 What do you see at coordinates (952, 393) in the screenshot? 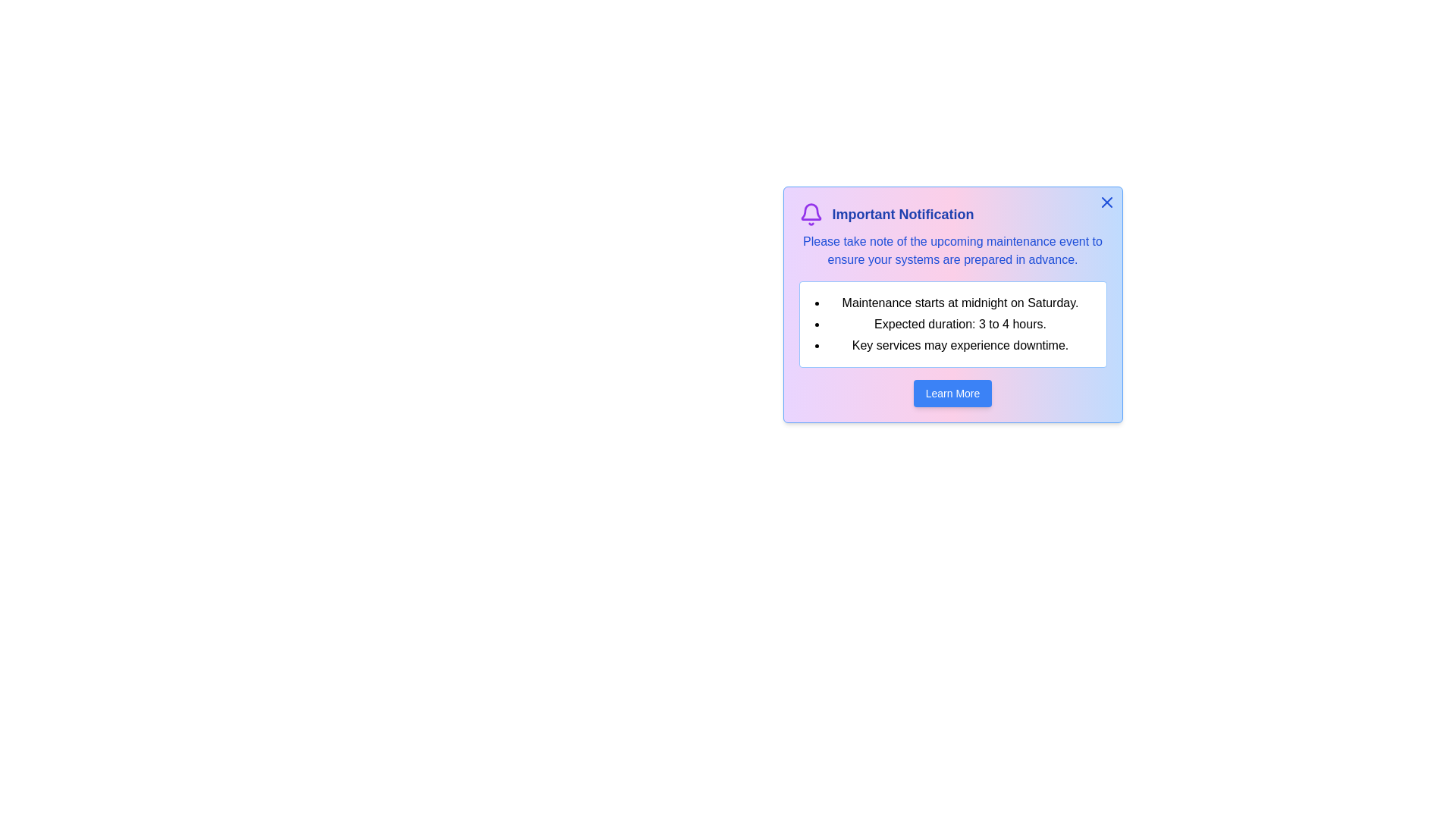
I see `the 'Learn More' button` at bounding box center [952, 393].